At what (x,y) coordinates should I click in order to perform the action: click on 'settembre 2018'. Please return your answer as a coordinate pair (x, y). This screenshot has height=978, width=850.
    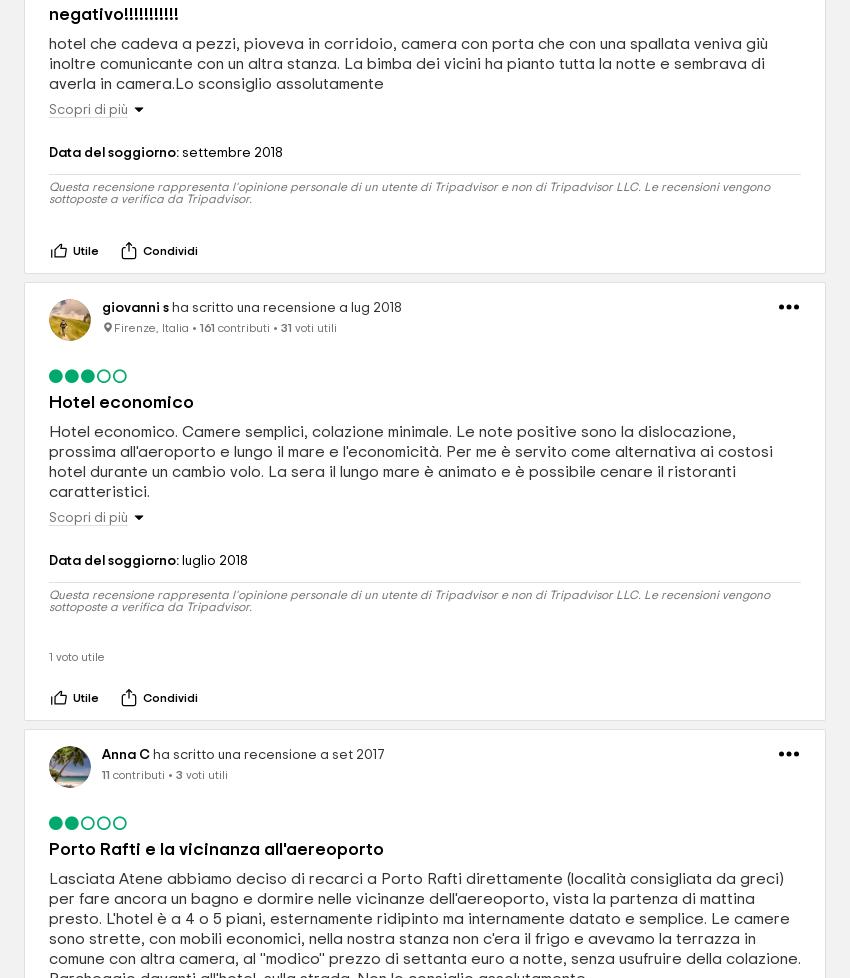
    Looking at the image, I should click on (231, 152).